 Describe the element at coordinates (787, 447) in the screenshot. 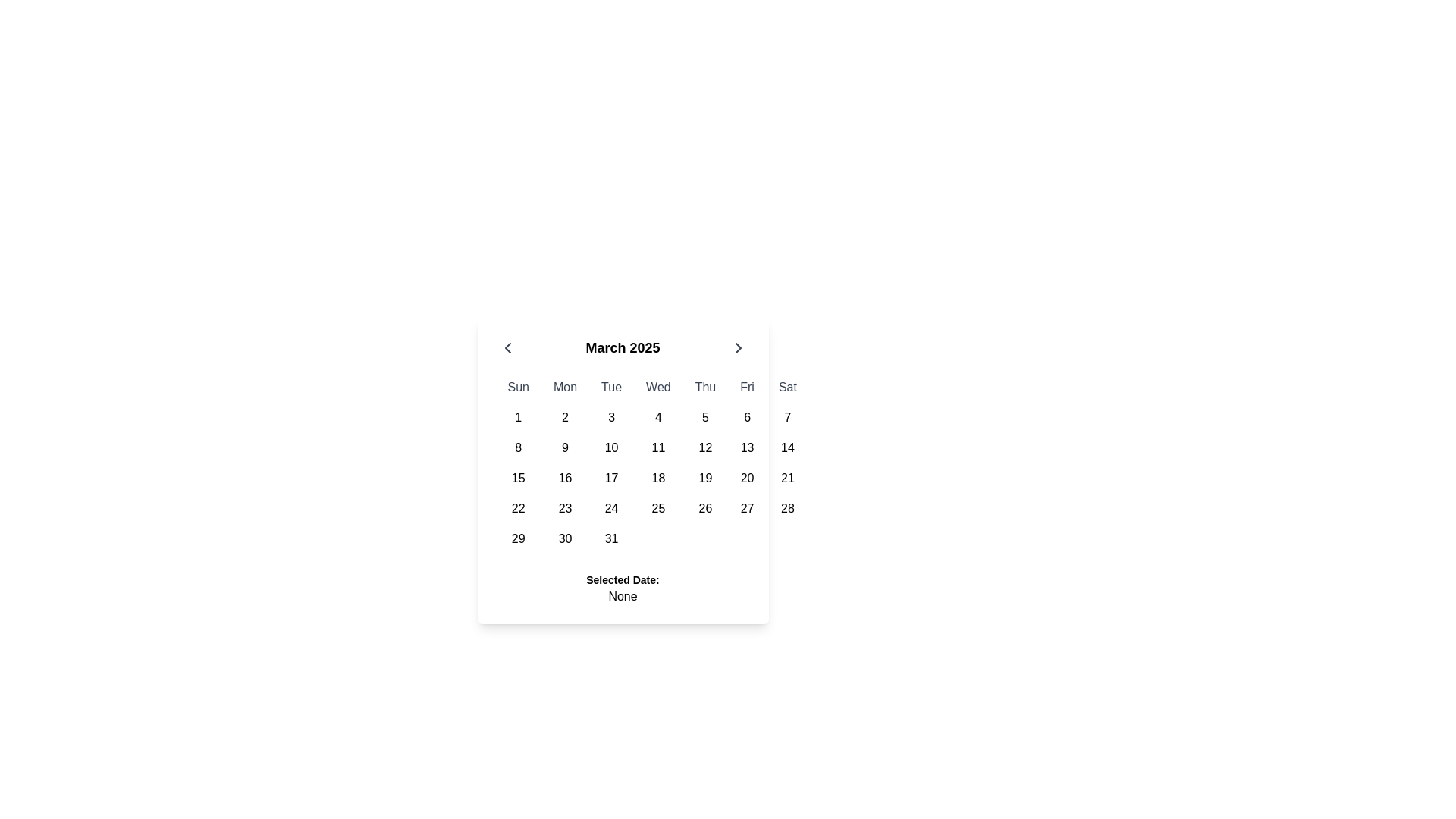

I see `the static text element displaying the number '14' in bold black font, which is the last day of the week (Saturday) in the calendar grid` at that location.